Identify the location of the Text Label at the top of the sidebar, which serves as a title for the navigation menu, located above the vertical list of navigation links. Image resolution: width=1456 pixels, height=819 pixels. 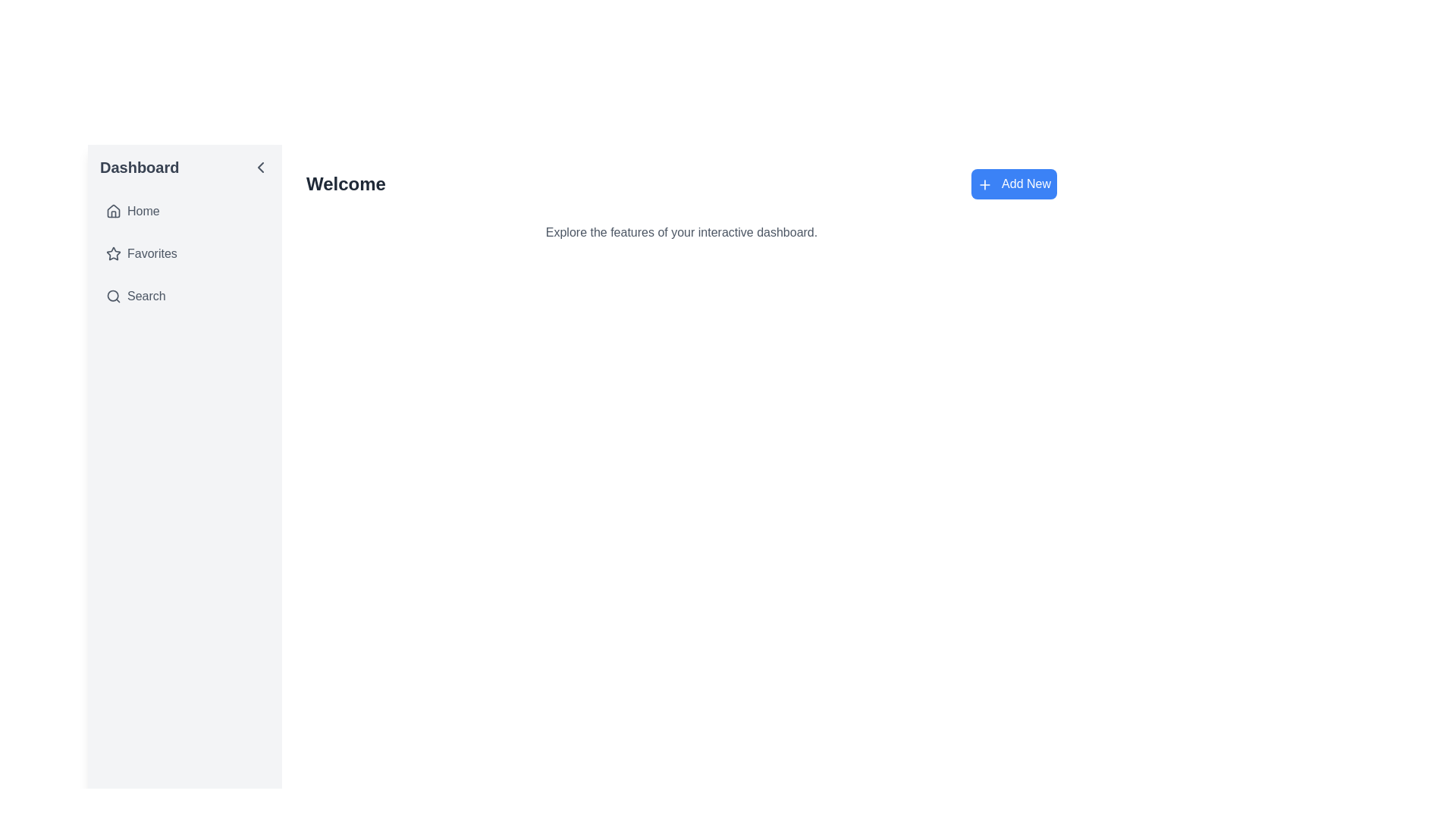
(140, 167).